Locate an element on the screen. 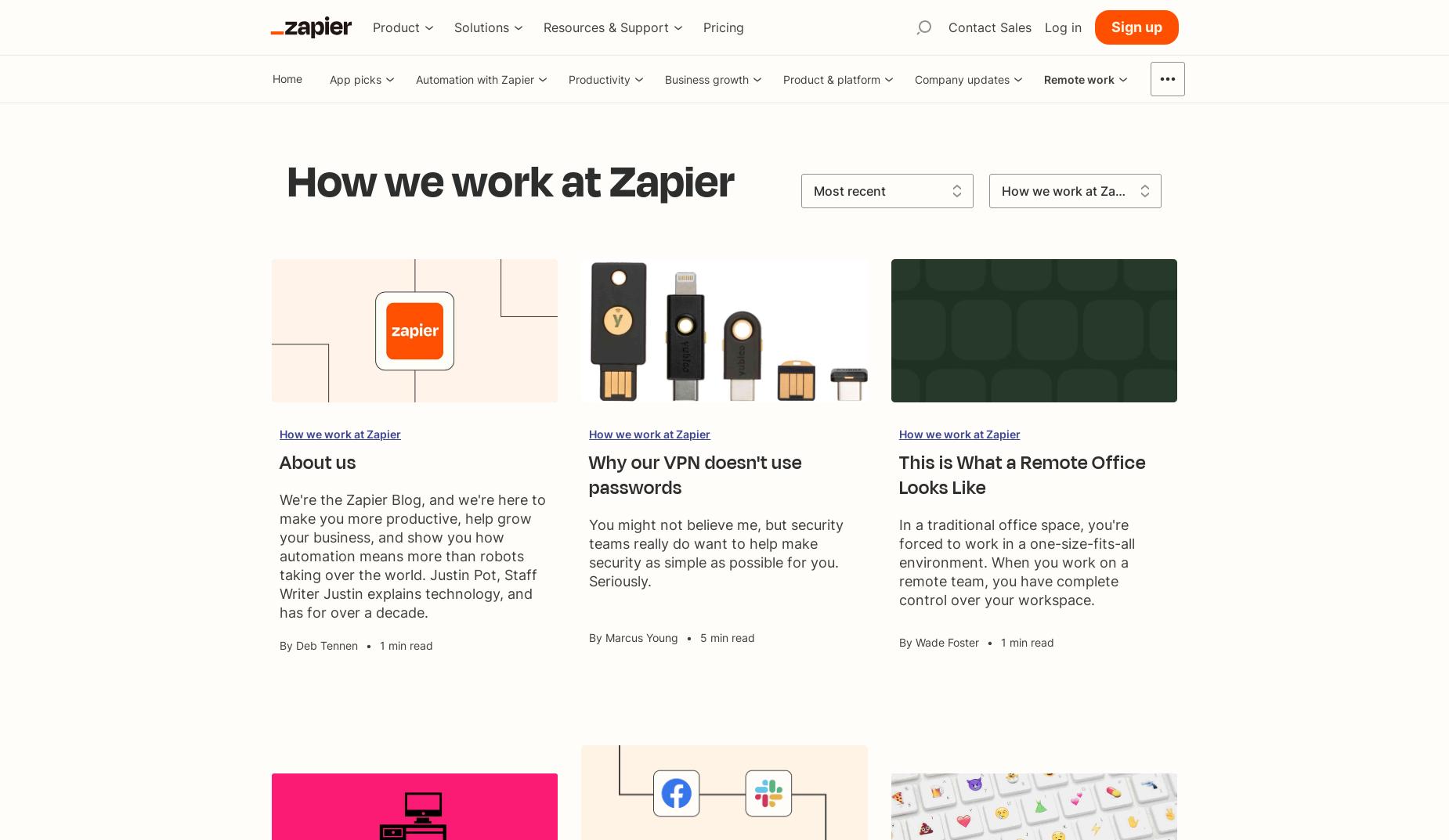  'Automation with Zapier' is located at coordinates (474, 78).